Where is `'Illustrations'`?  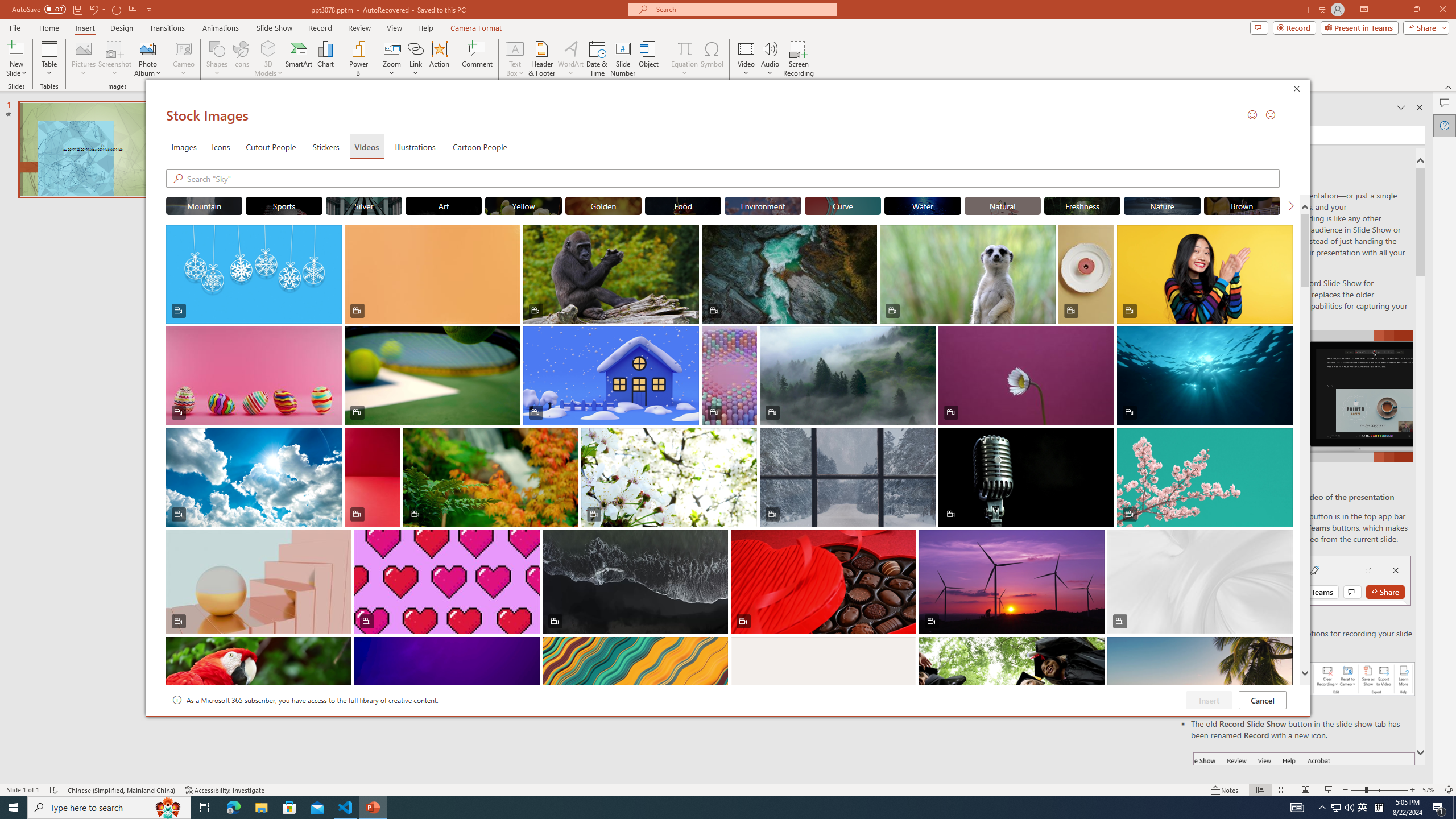
'Illustrations' is located at coordinates (415, 146).